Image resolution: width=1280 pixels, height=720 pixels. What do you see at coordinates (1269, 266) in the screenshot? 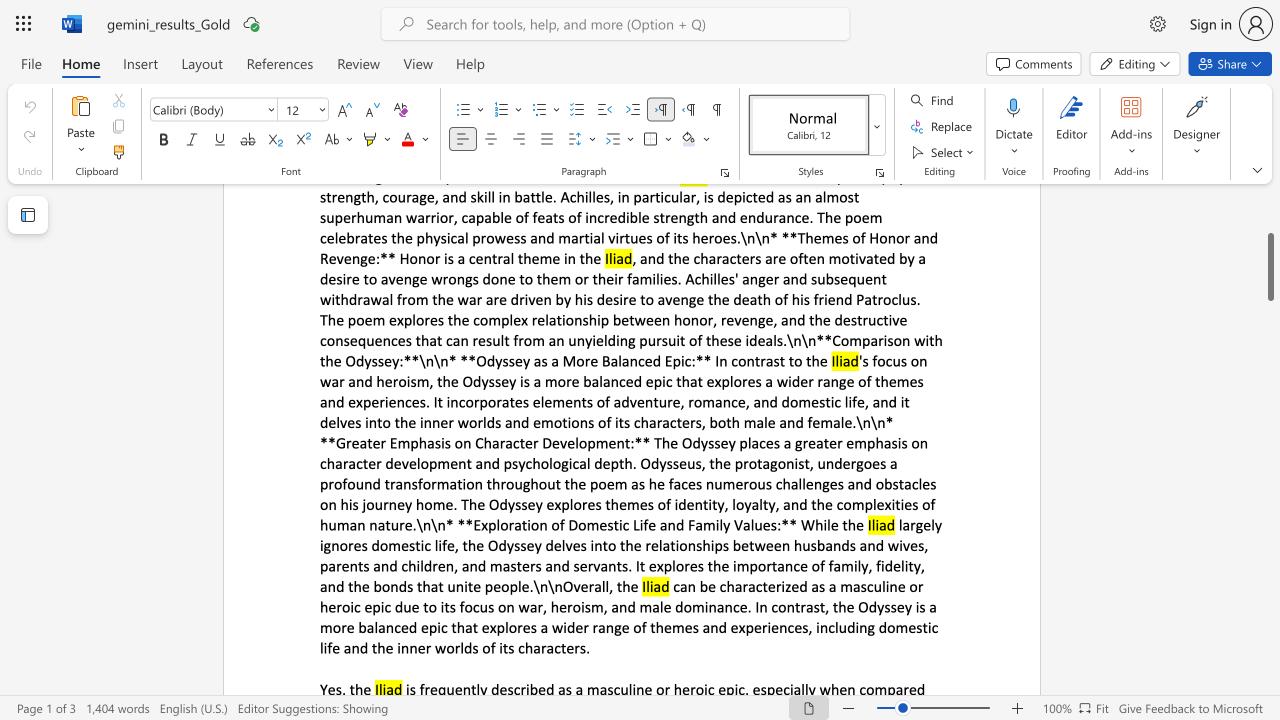
I see `the scrollbar and move down 700 pixels` at bounding box center [1269, 266].